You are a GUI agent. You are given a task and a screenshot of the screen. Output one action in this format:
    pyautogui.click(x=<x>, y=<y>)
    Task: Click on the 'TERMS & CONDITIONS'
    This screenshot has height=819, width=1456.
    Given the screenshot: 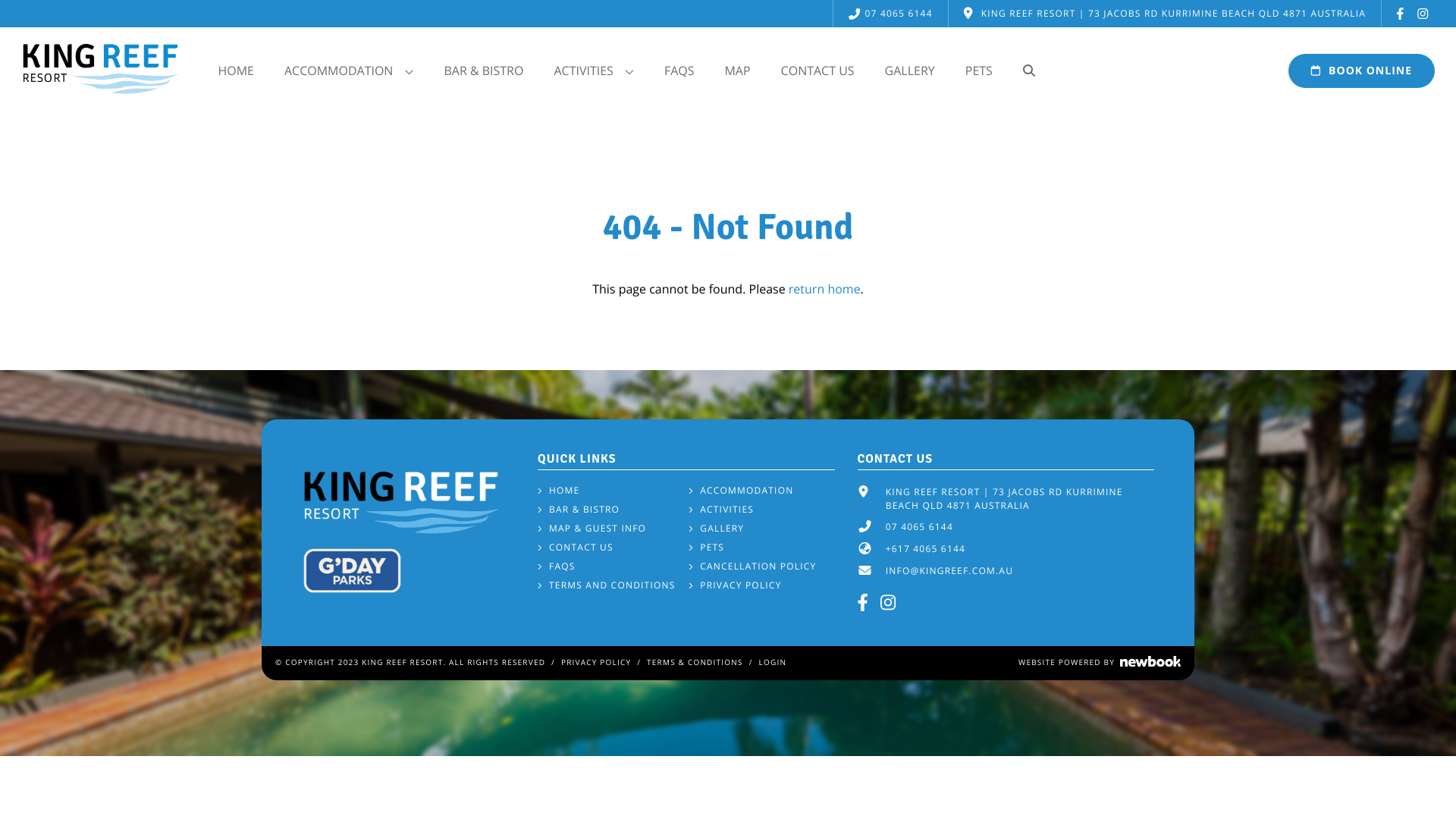 What is the action you would take?
    pyautogui.click(x=694, y=661)
    